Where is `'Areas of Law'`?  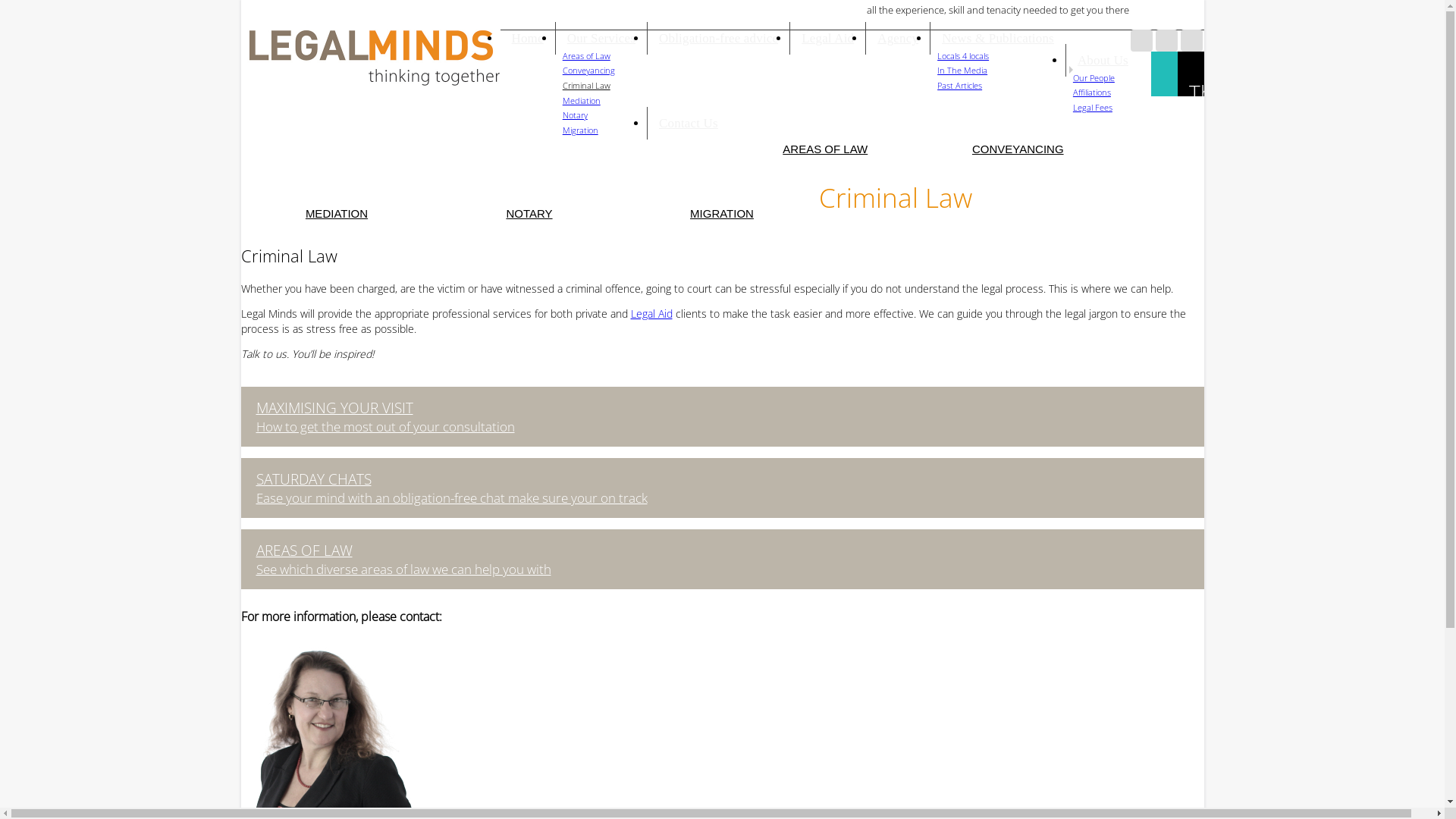 'Areas of Law' is located at coordinates (585, 55).